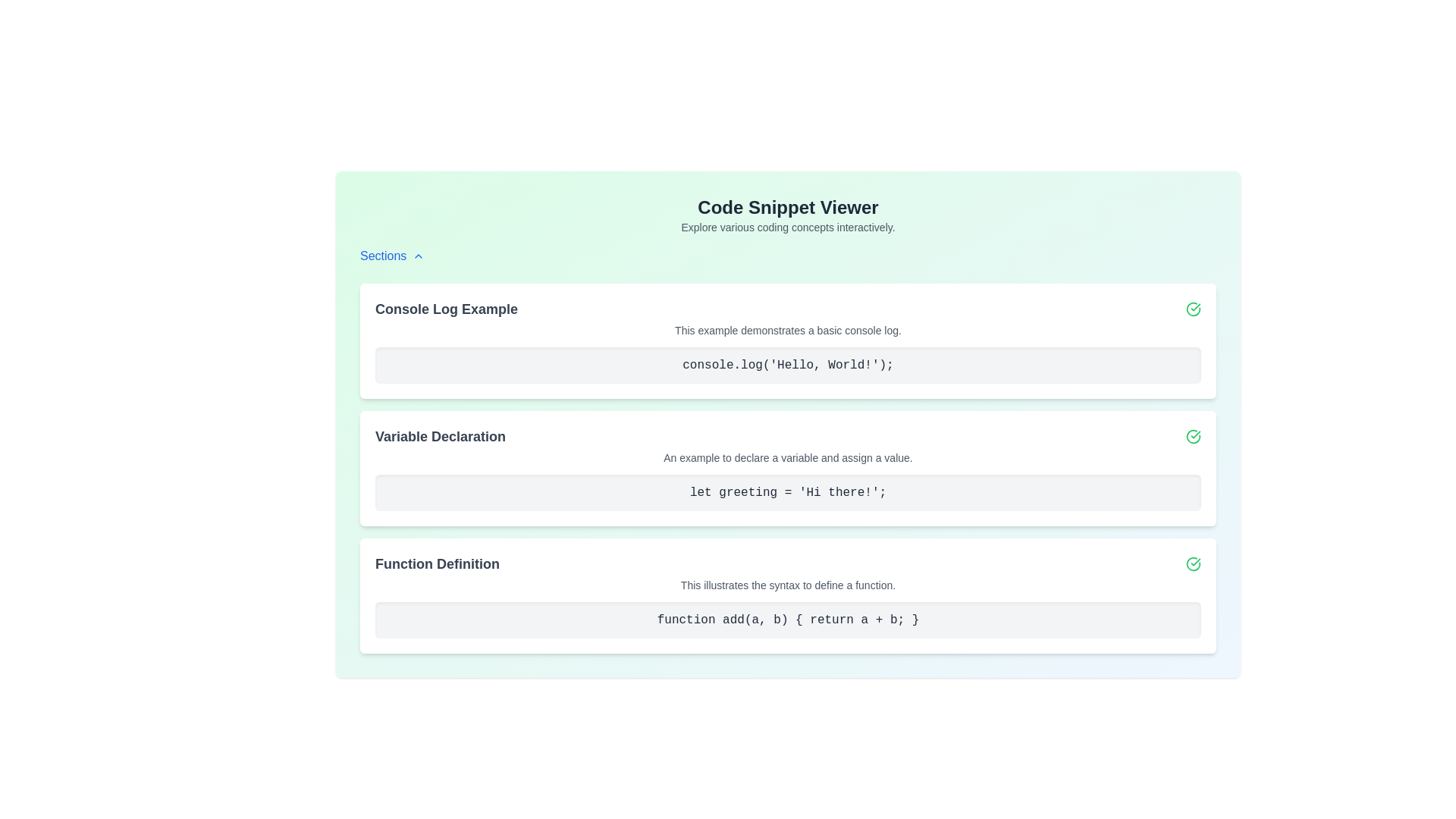 This screenshot has width=1456, height=819. What do you see at coordinates (1193, 436) in the screenshot?
I see `the circular icon featuring a green checkmark located to the right of the 'Variable Declaration' section title by clicking on it` at bounding box center [1193, 436].